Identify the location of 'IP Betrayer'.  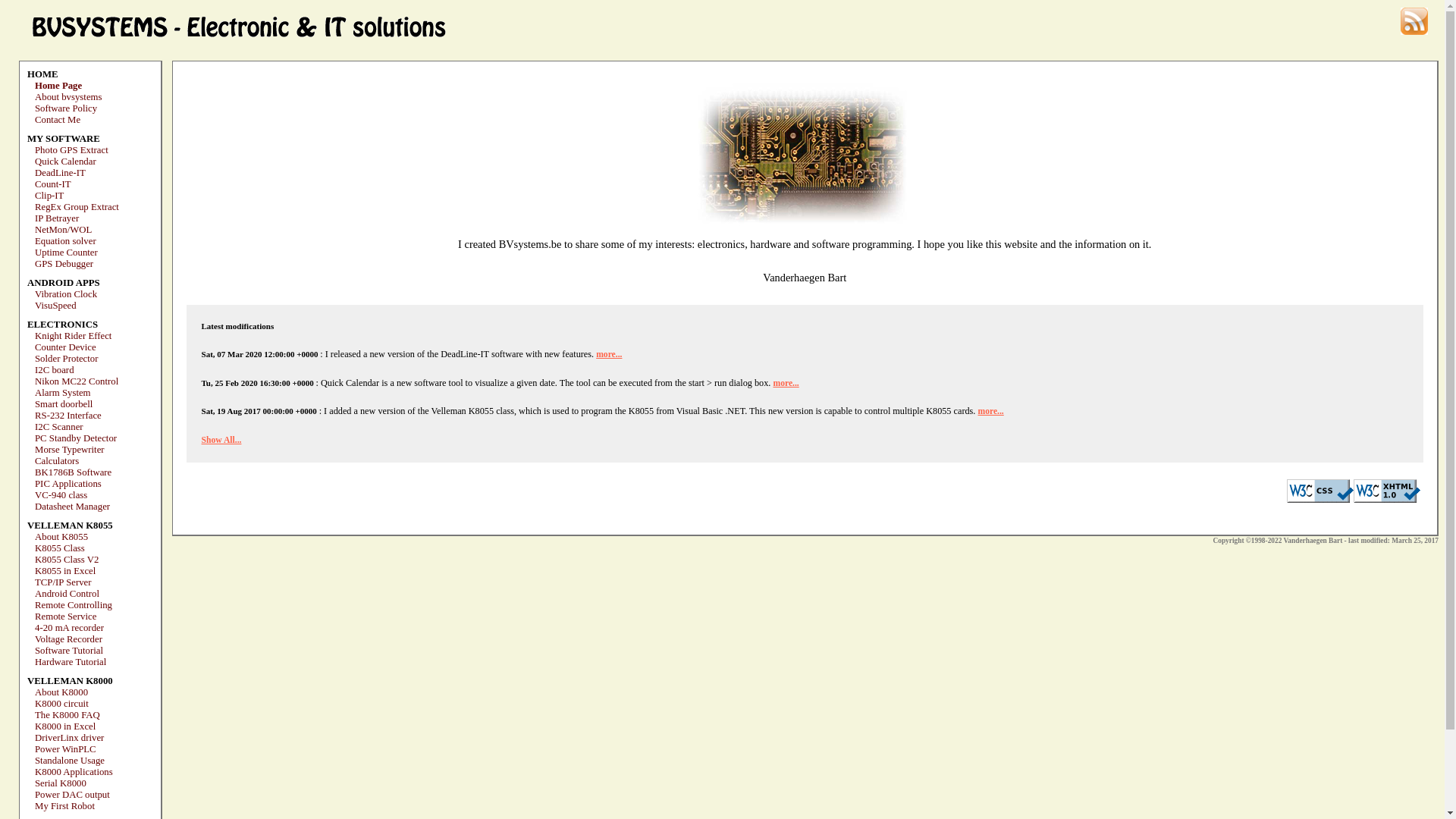
(57, 218).